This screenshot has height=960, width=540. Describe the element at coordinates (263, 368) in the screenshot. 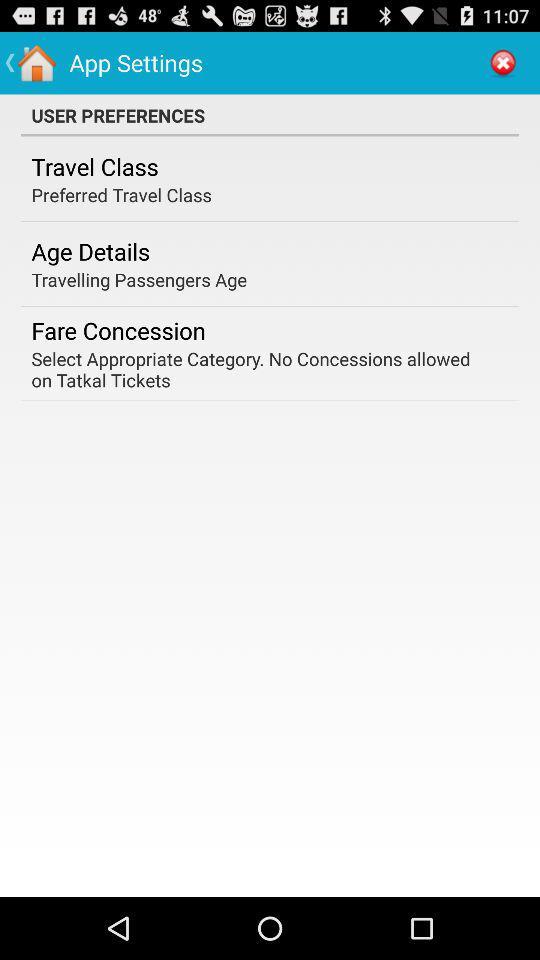

I see `select appropriate category` at that location.